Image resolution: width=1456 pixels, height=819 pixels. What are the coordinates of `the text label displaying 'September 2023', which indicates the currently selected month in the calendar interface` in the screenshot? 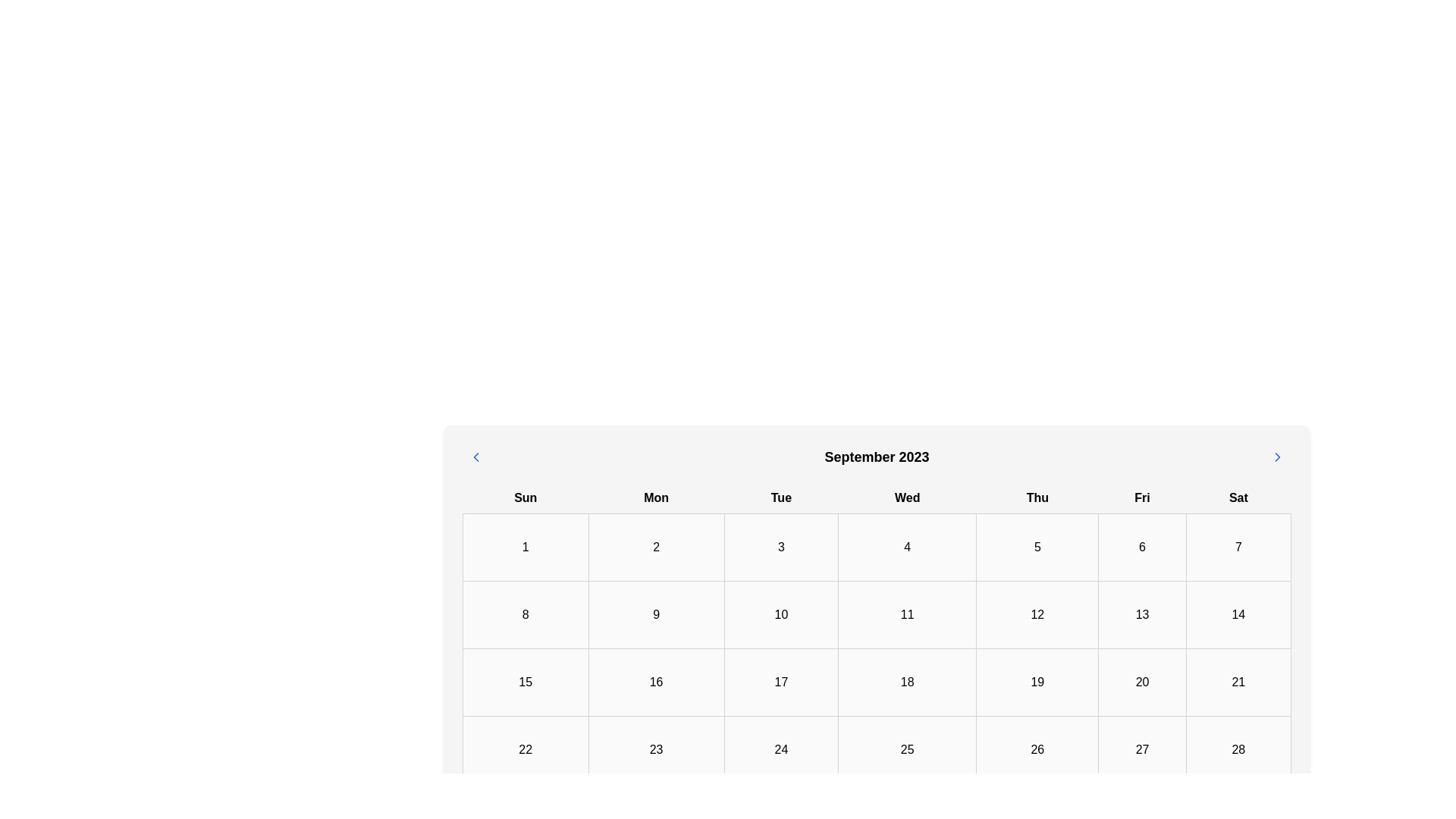 It's located at (877, 456).